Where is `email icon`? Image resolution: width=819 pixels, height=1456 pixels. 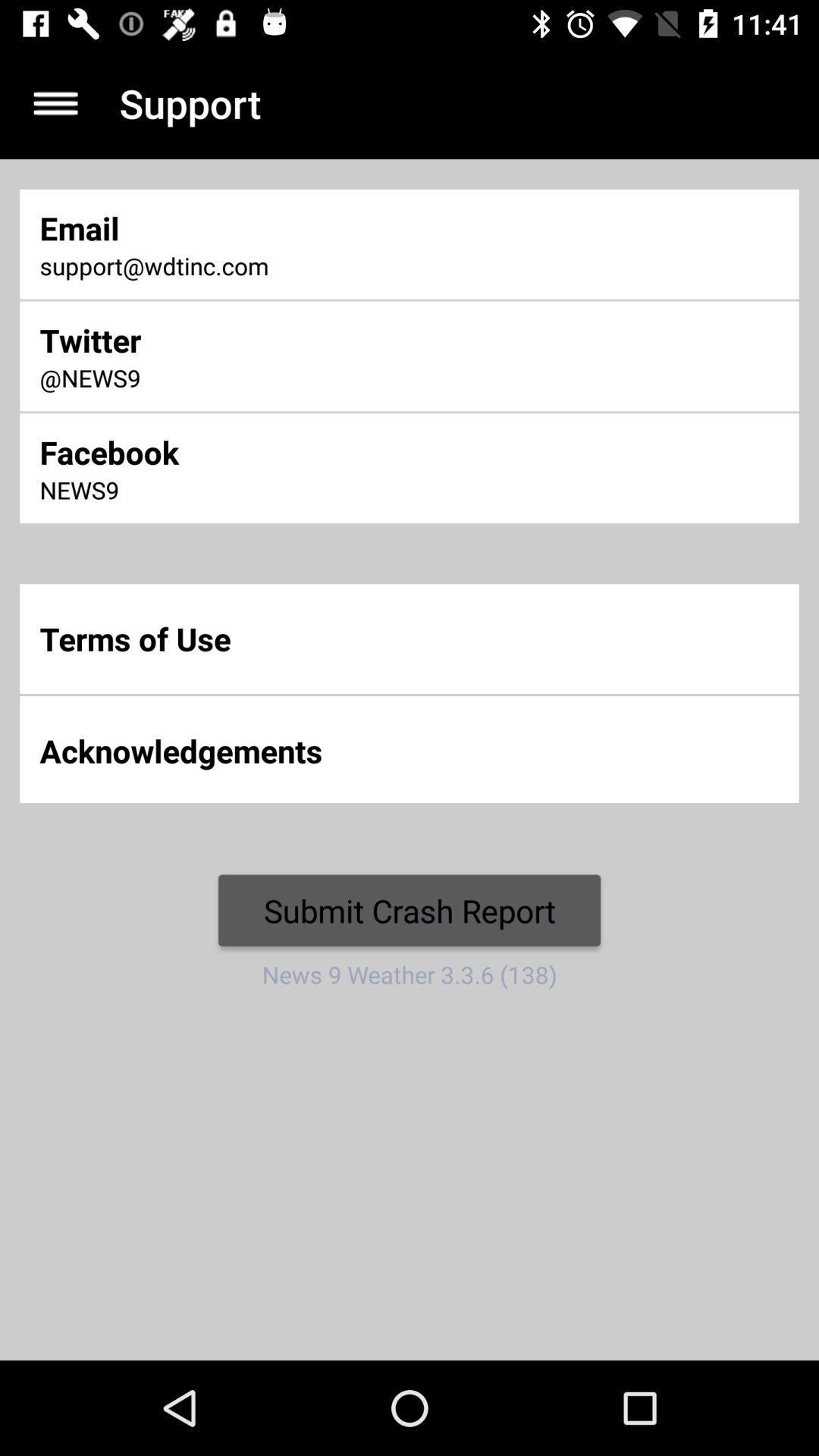 email icon is located at coordinates (271, 227).